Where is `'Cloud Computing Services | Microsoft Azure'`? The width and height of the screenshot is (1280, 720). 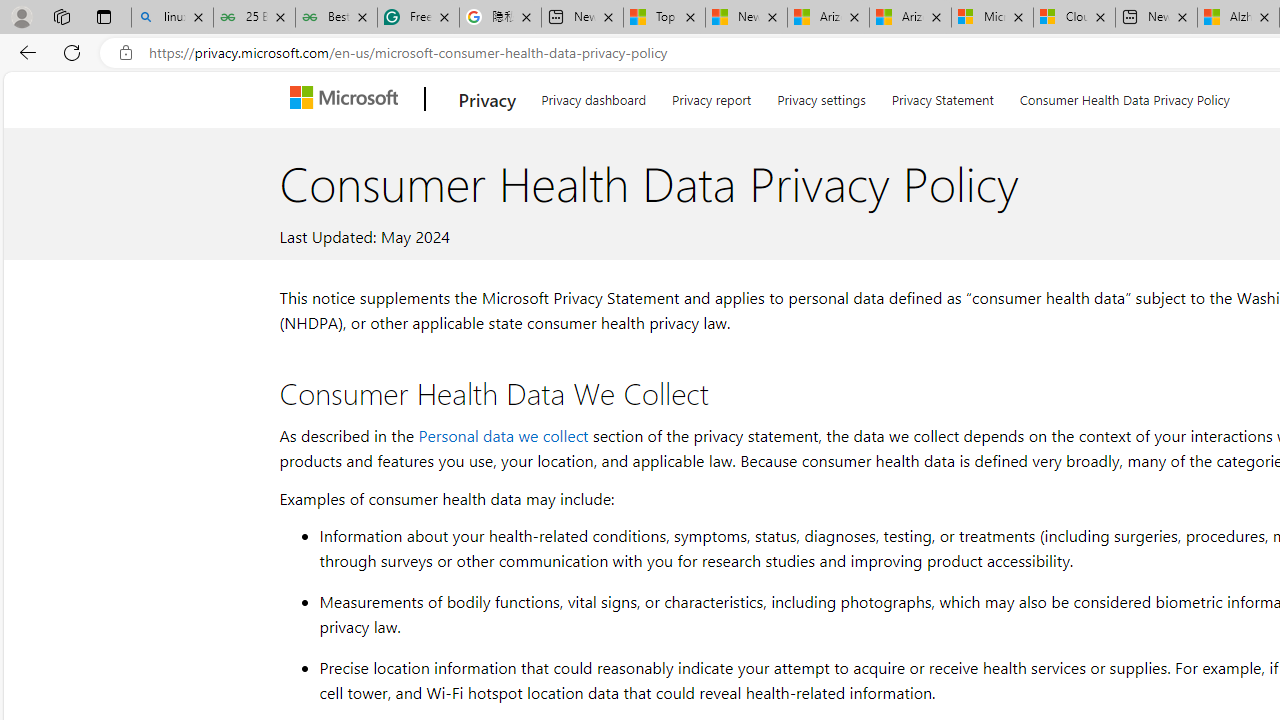
'Cloud Computing Services | Microsoft Azure' is located at coordinates (1073, 17).